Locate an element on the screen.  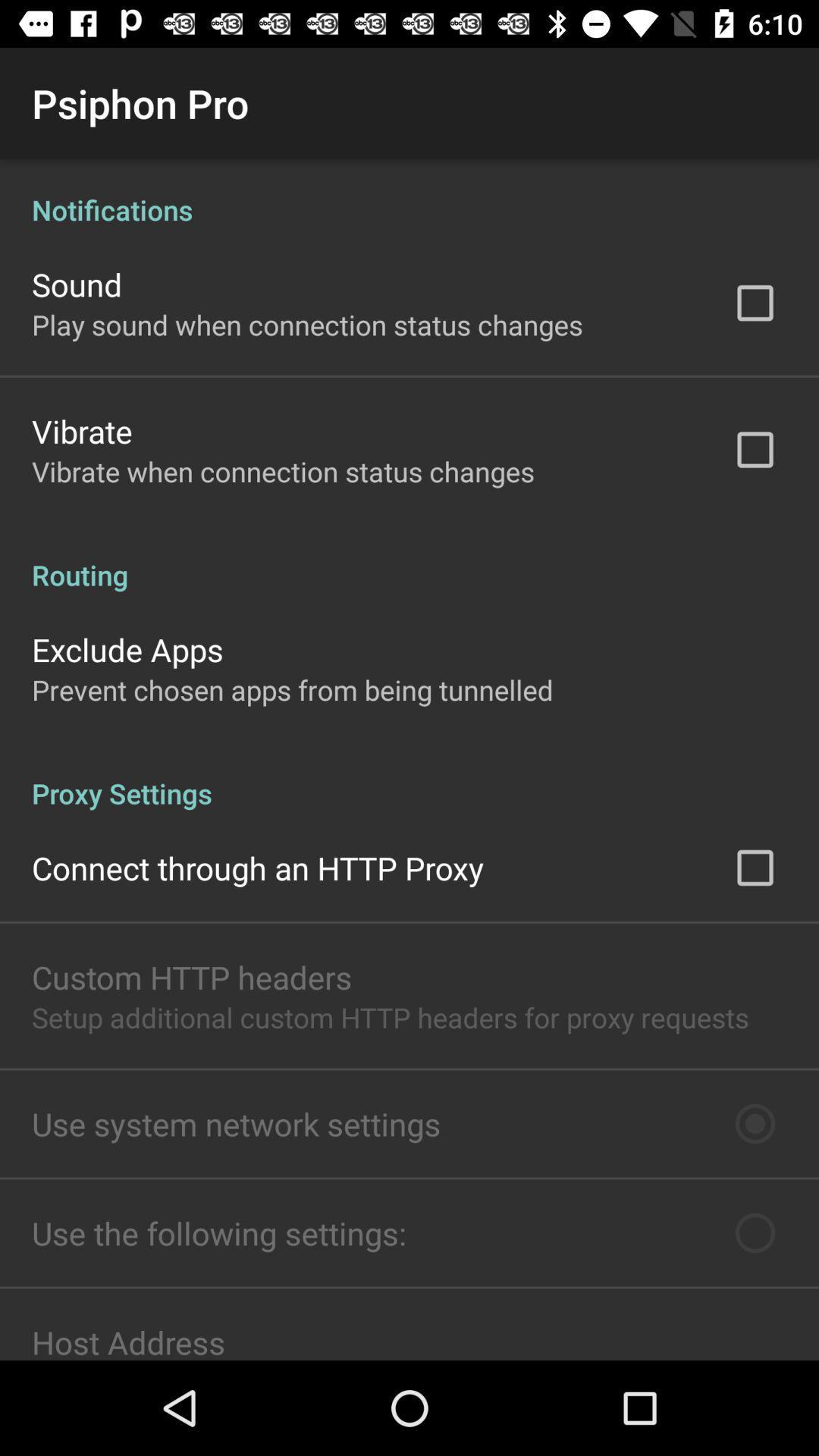
the icon below setup additional custom icon is located at coordinates (236, 1124).